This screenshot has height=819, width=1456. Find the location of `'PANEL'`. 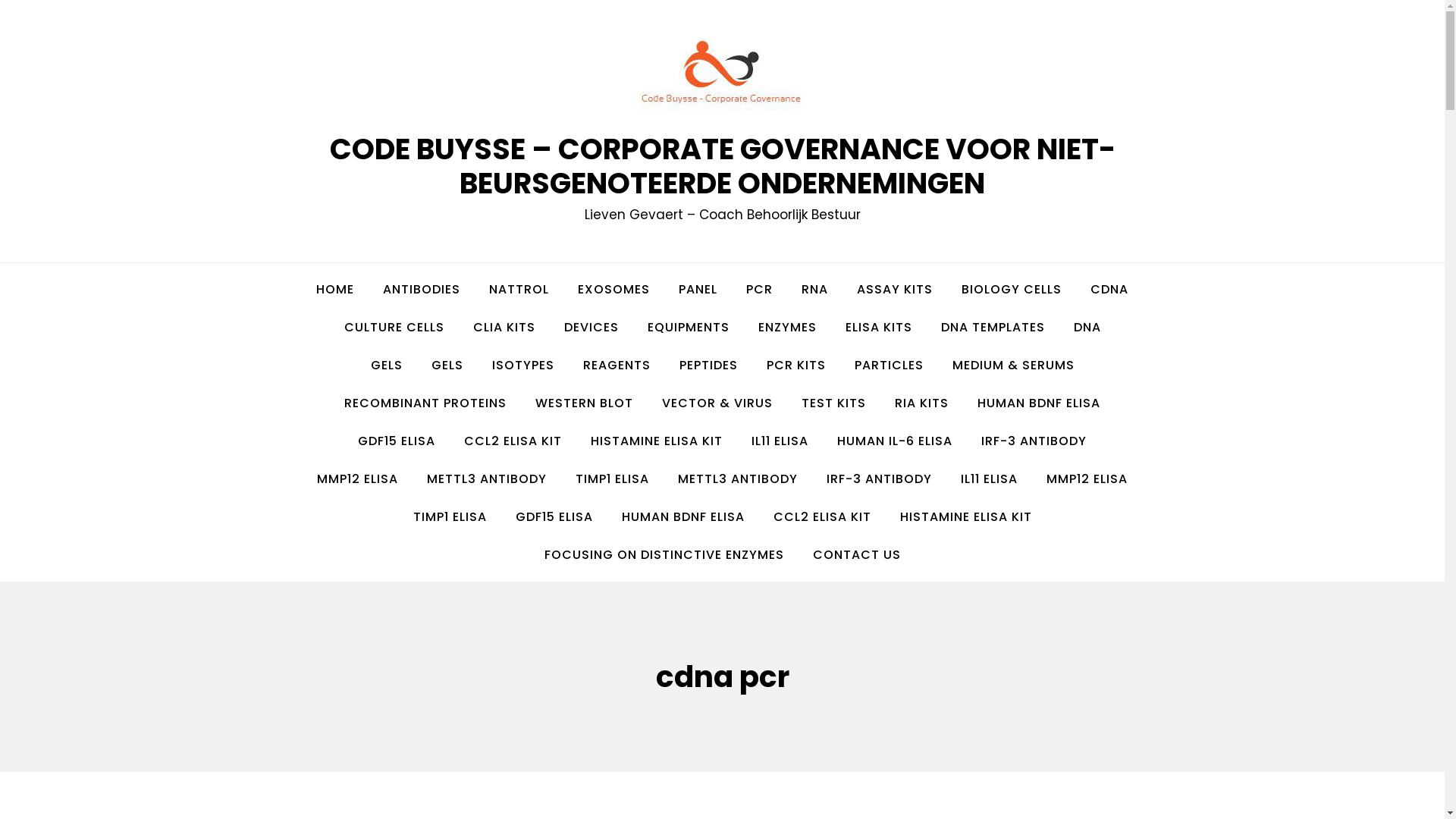

'PANEL' is located at coordinates (697, 289).